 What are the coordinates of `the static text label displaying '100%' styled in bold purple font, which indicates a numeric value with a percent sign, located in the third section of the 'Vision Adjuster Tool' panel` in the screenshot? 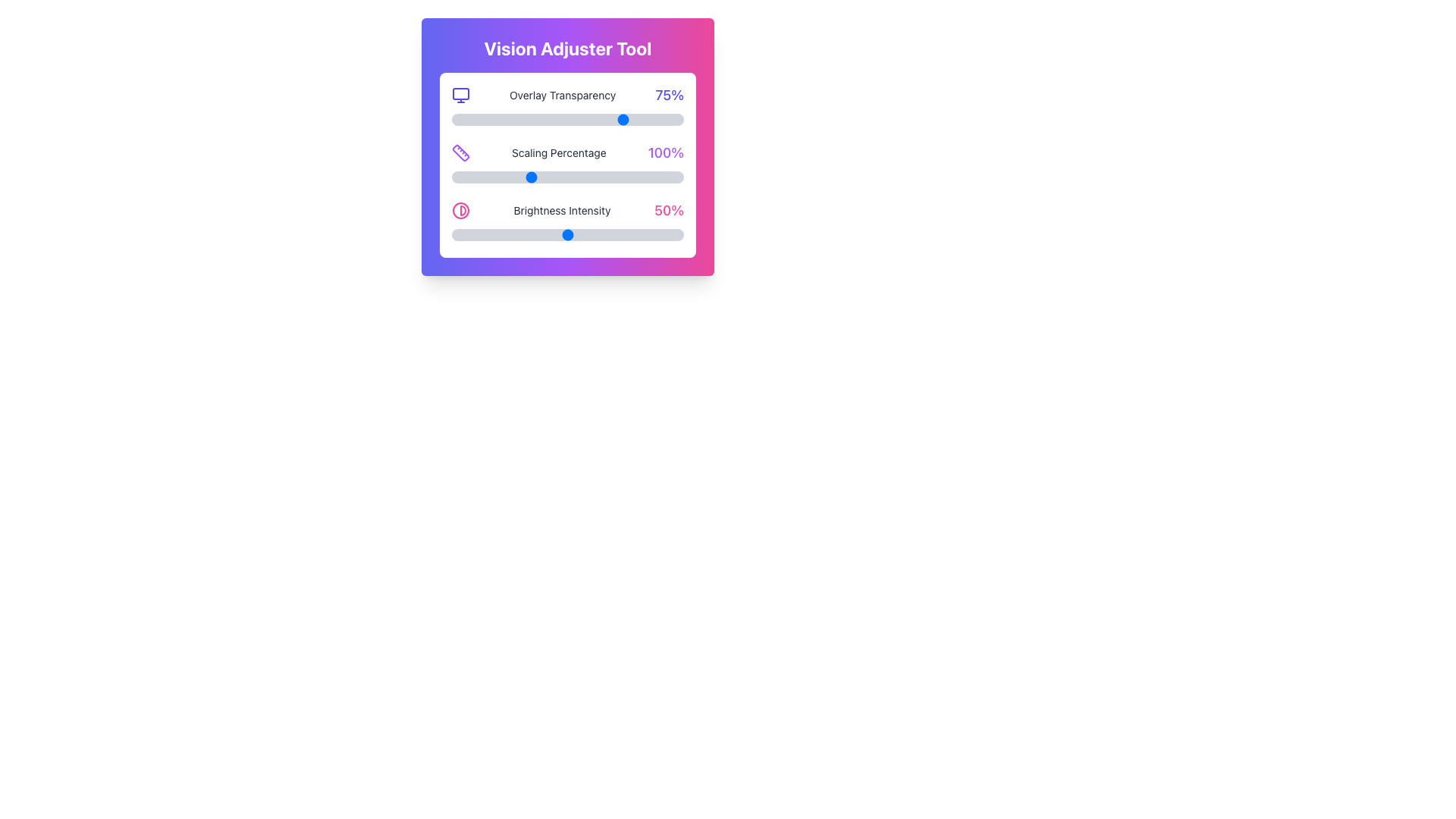 It's located at (666, 152).